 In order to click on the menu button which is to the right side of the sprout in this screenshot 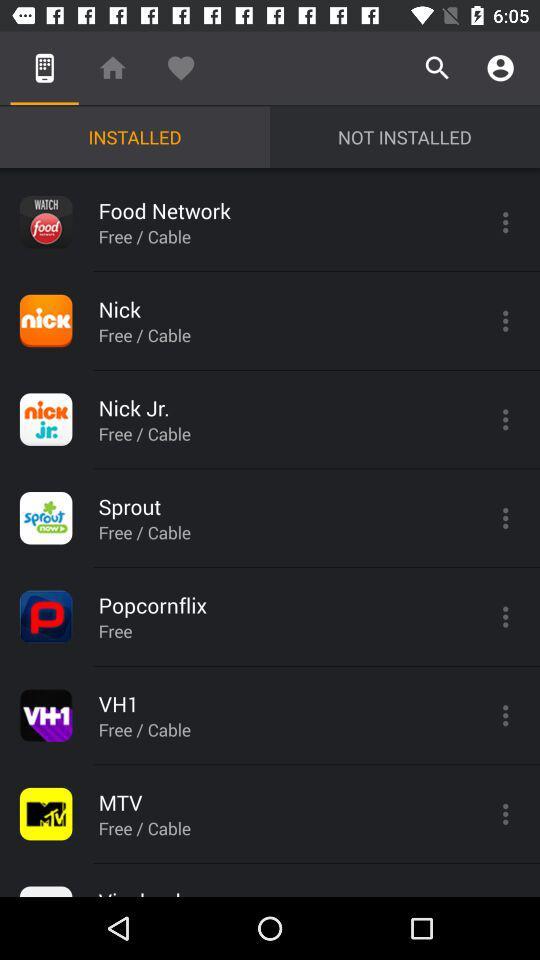, I will do `click(504, 517)`.